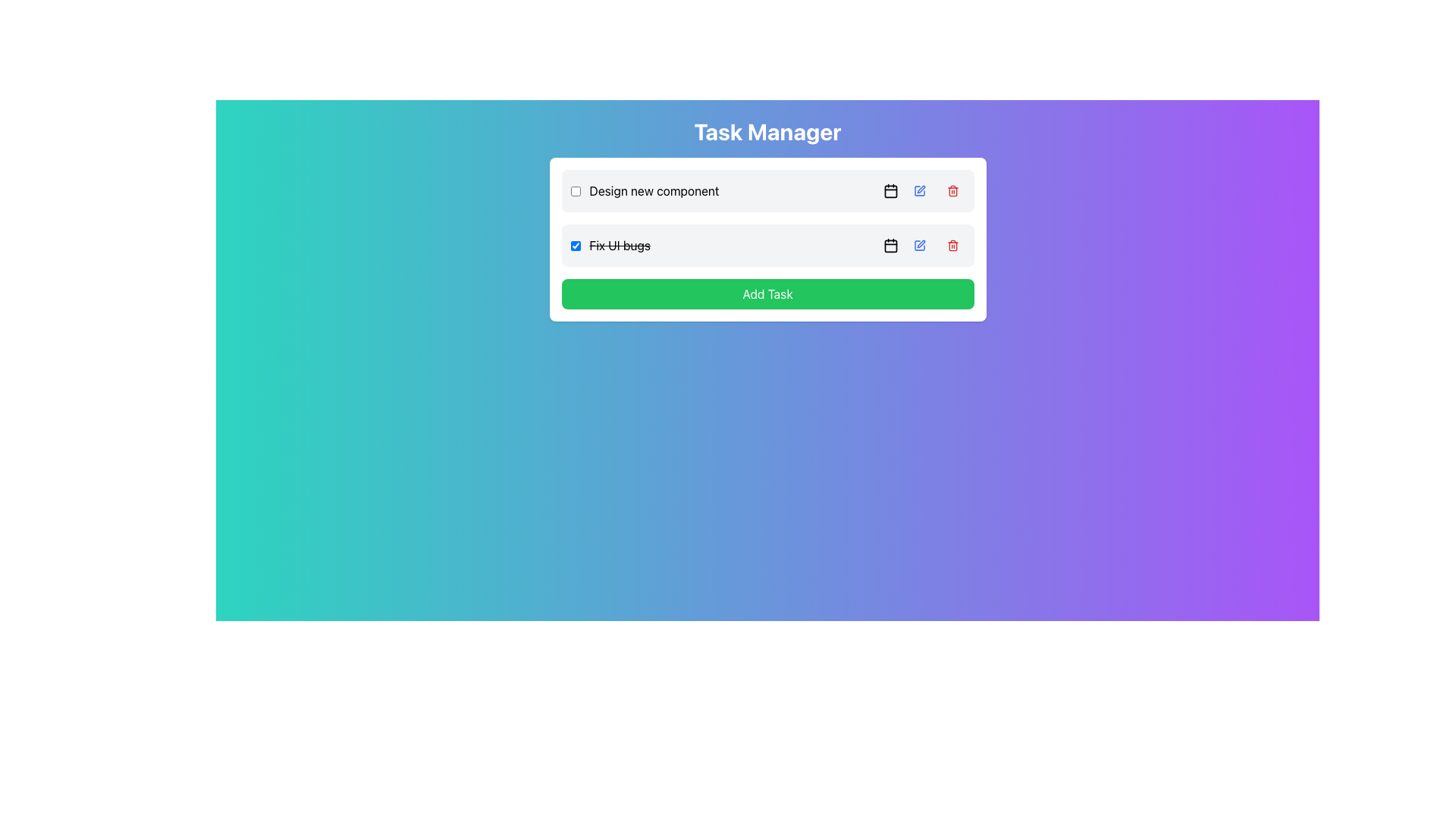 Image resolution: width=1456 pixels, height=819 pixels. I want to click on the editing icon button located to the right of the calendar icon in the task box for 'Fix UI bugs', so click(920, 243).